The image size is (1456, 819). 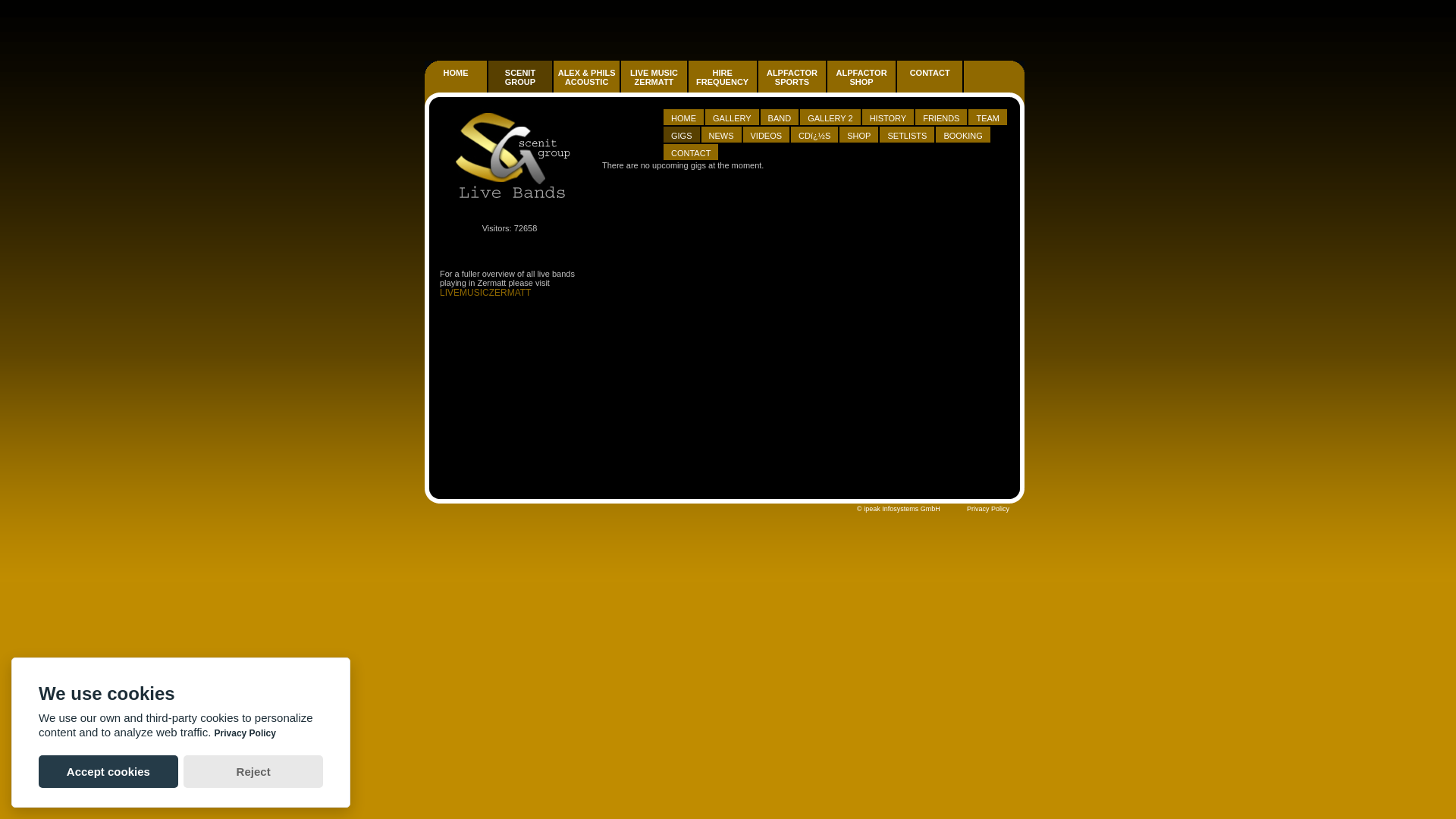 What do you see at coordinates (888, 116) in the screenshot?
I see `'HISTORY'` at bounding box center [888, 116].